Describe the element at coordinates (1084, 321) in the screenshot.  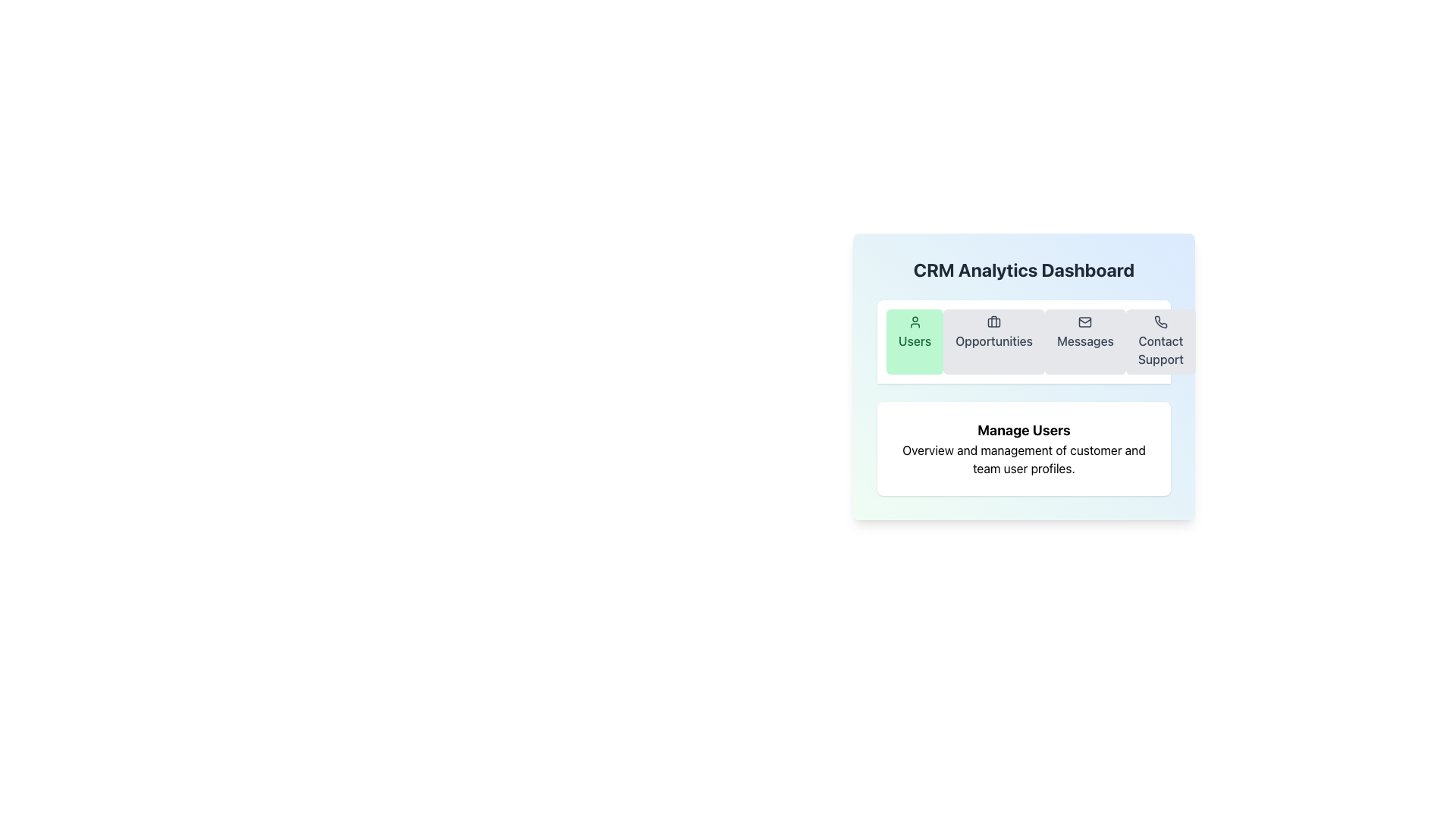
I see `the envelope icon representing 'Messages' in the top-central horizontal navigation menu` at that location.